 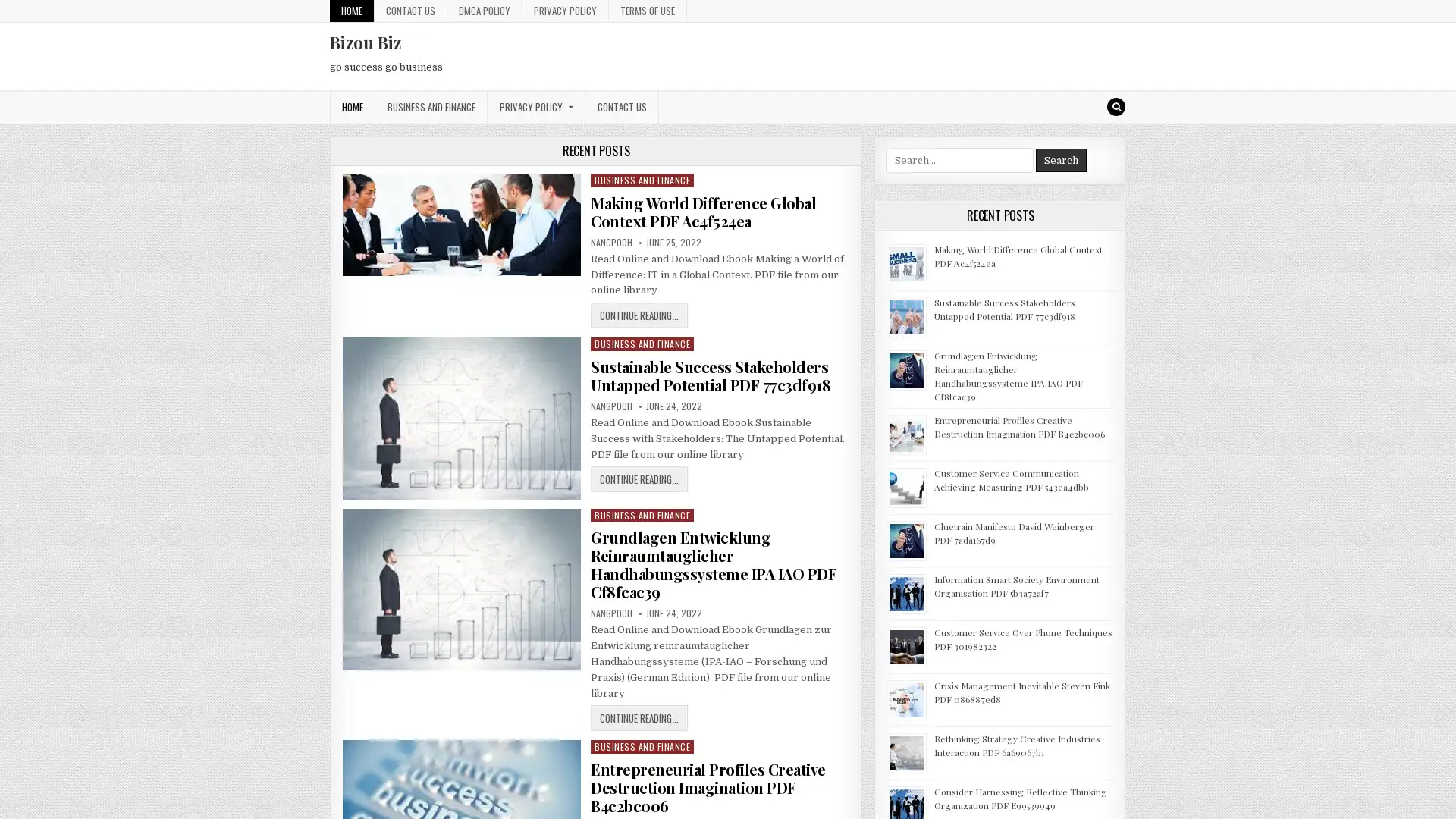 What do you see at coordinates (1060, 160) in the screenshot?
I see `Search` at bounding box center [1060, 160].